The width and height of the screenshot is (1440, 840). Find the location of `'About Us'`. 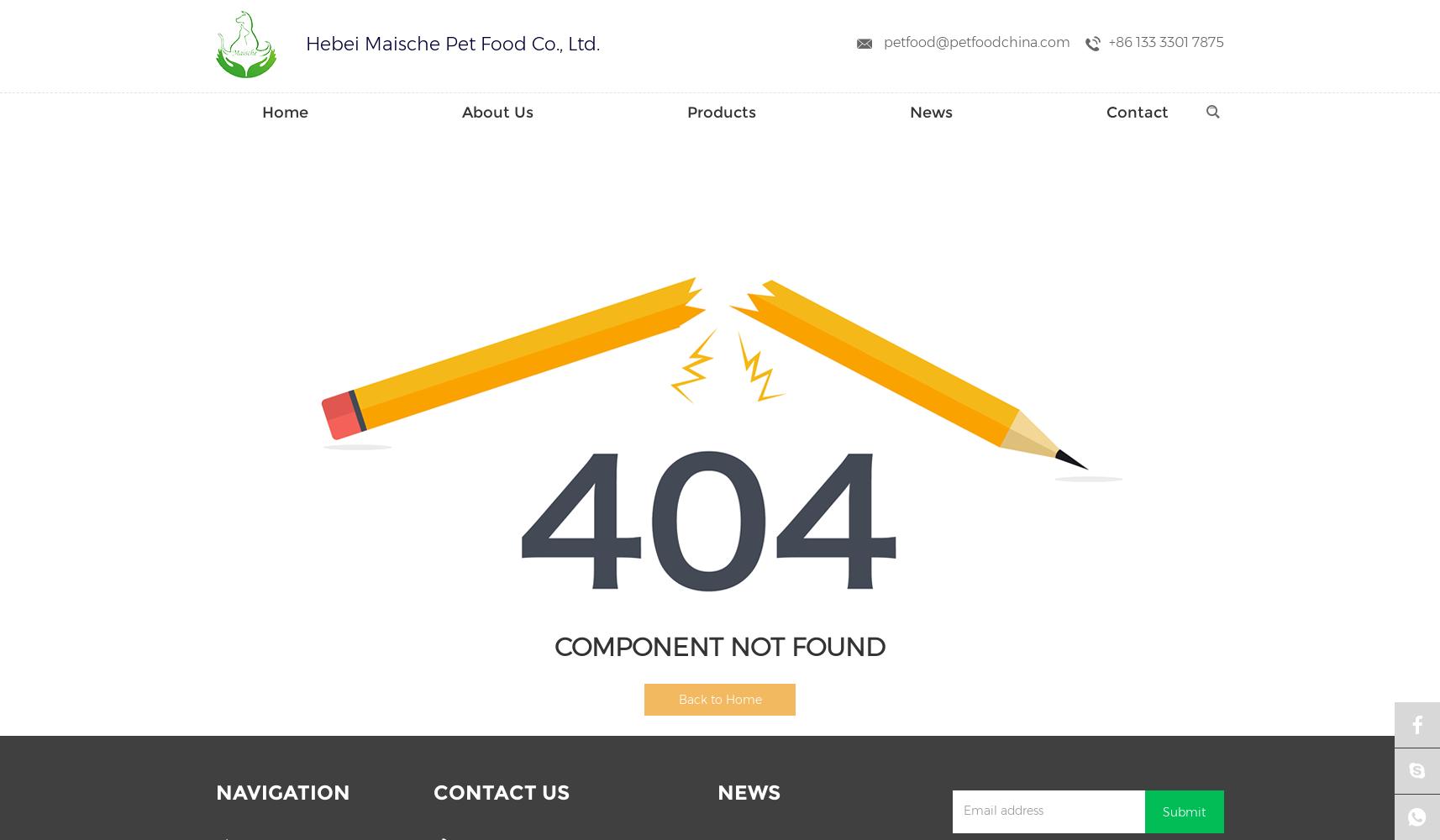

'About Us' is located at coordinates (497, 113).